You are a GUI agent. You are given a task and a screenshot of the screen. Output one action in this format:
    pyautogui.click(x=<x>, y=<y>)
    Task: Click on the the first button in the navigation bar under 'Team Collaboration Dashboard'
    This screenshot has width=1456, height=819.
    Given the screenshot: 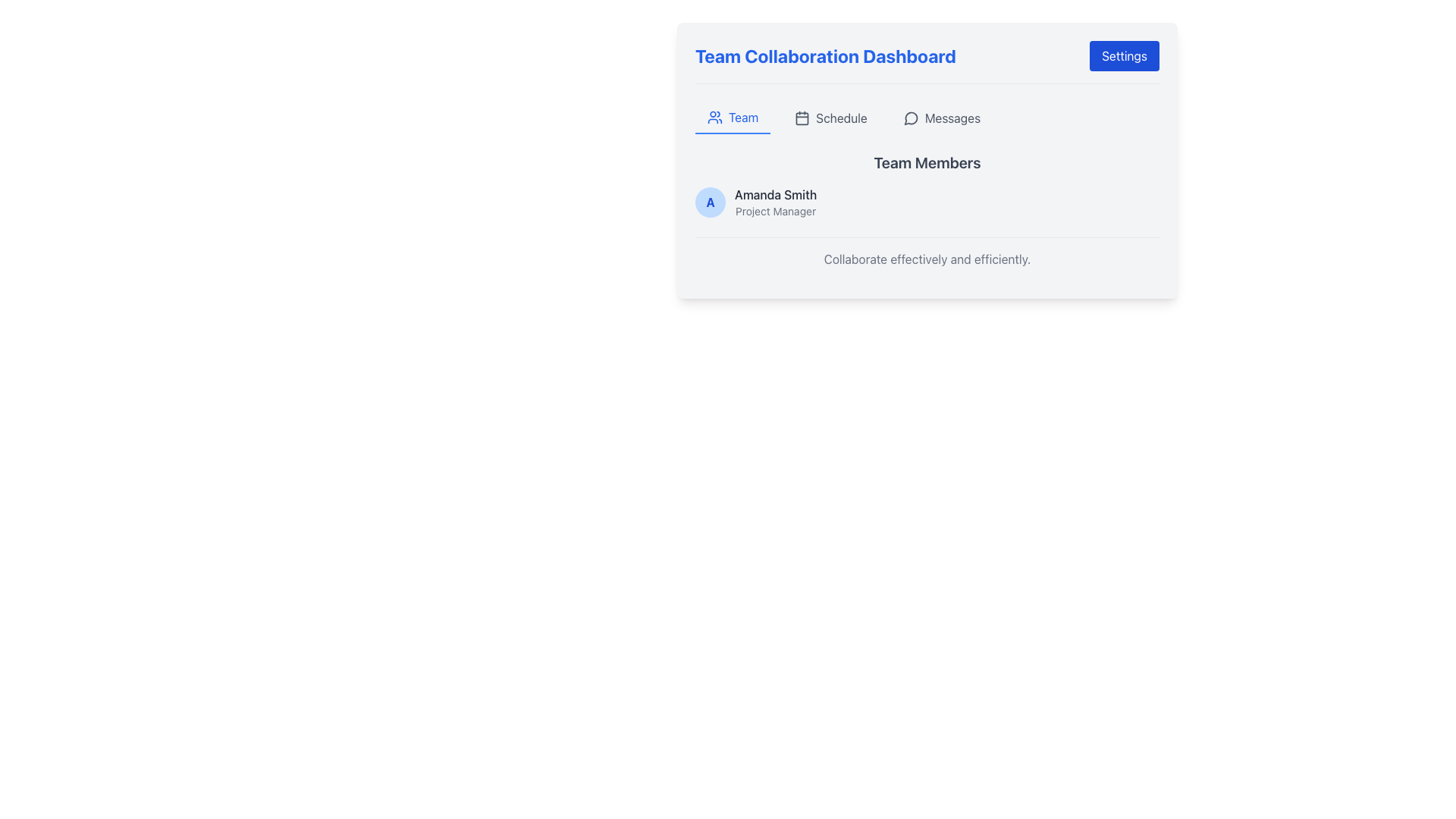 What is the action you would take?
    pyautogui.click(x=733, y=117)
    